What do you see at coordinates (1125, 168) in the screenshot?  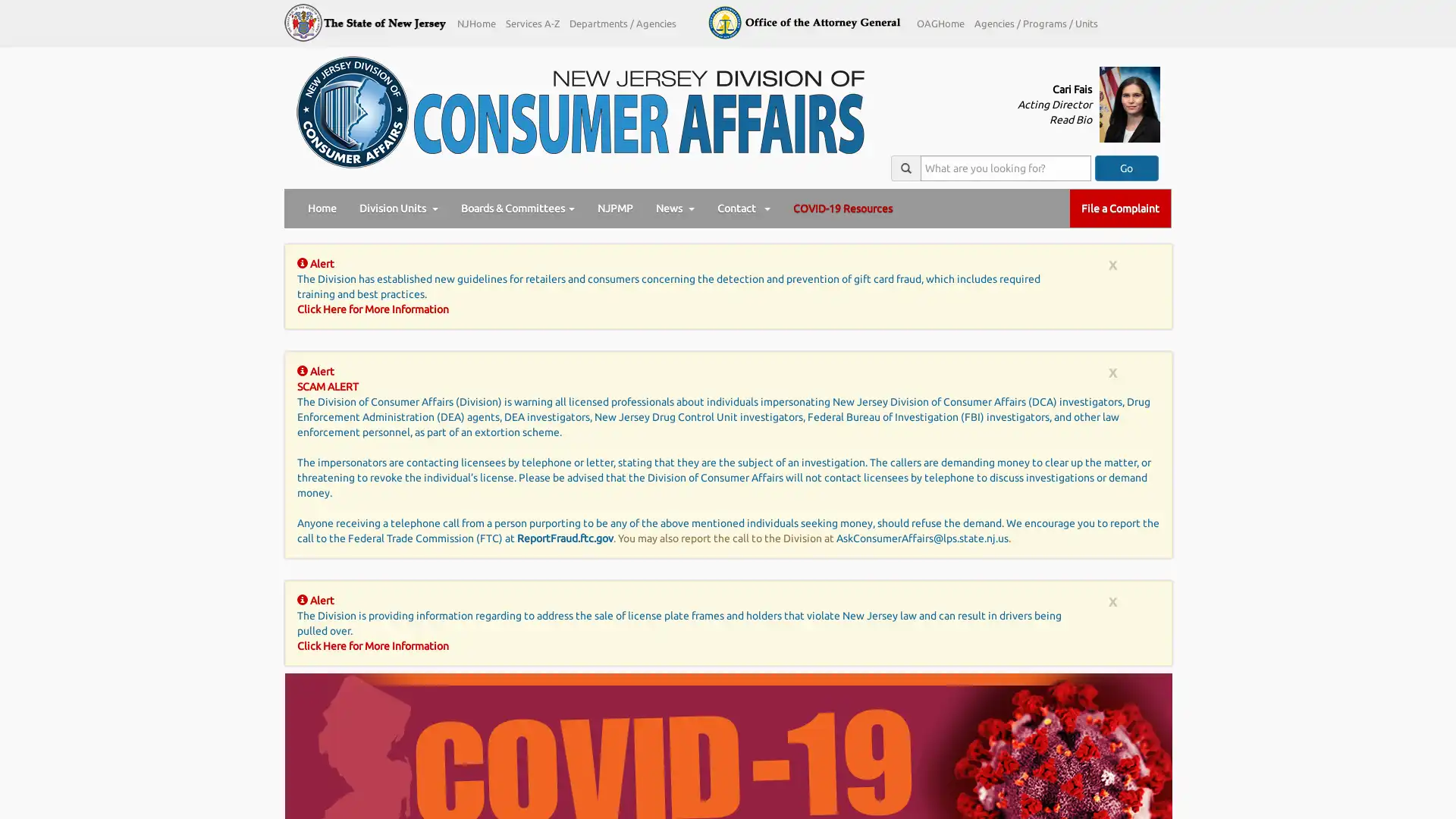 I see `Go` at bounding box center [1125, 168].